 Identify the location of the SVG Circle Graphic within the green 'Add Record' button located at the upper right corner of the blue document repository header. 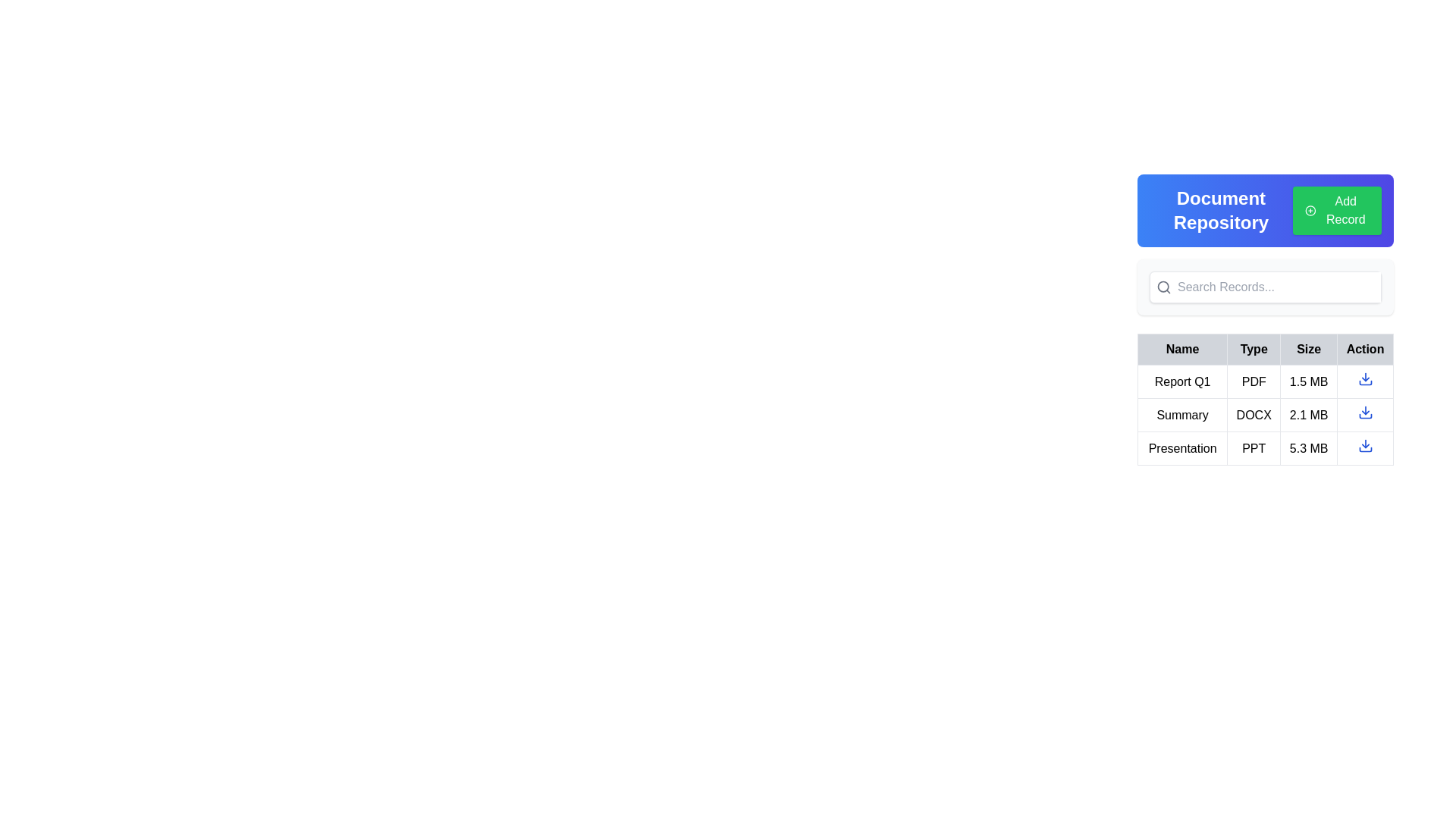
(1310, 210).